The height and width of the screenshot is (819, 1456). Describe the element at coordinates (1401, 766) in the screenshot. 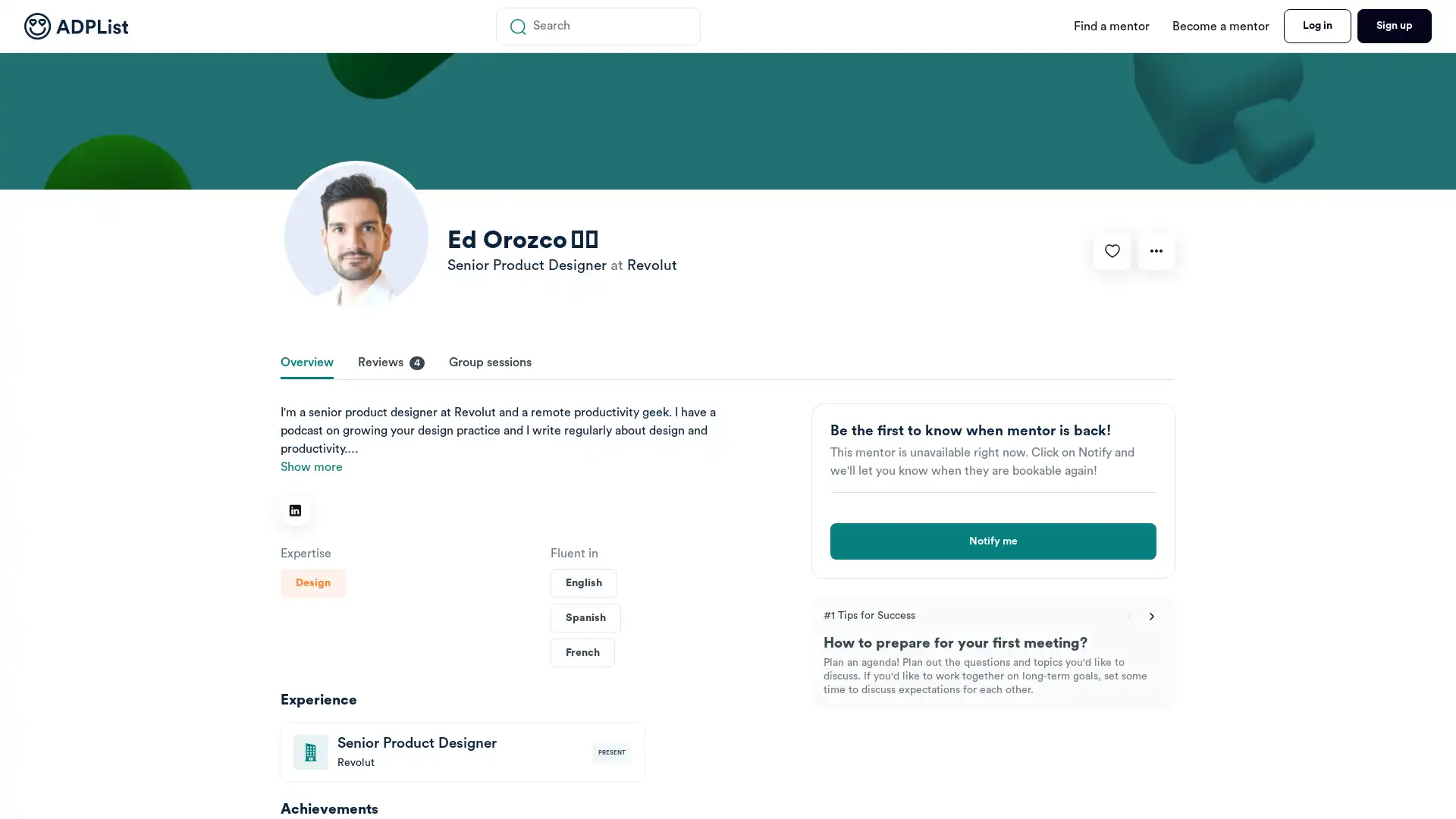

I see `Open Intercom Messenger` at that location.